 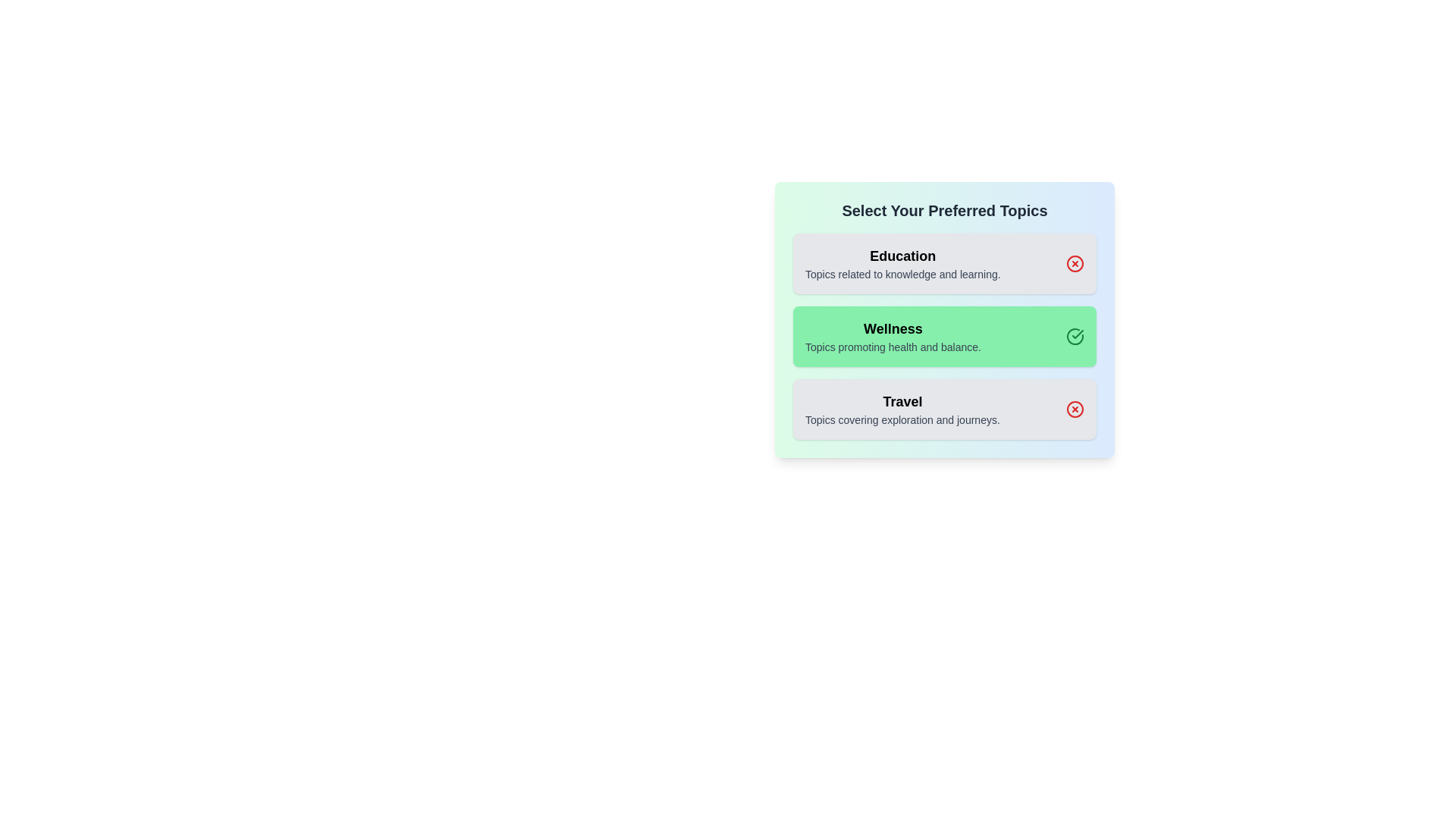 I want to click on the topic Travel to view its description, so click(x=902, y=409).